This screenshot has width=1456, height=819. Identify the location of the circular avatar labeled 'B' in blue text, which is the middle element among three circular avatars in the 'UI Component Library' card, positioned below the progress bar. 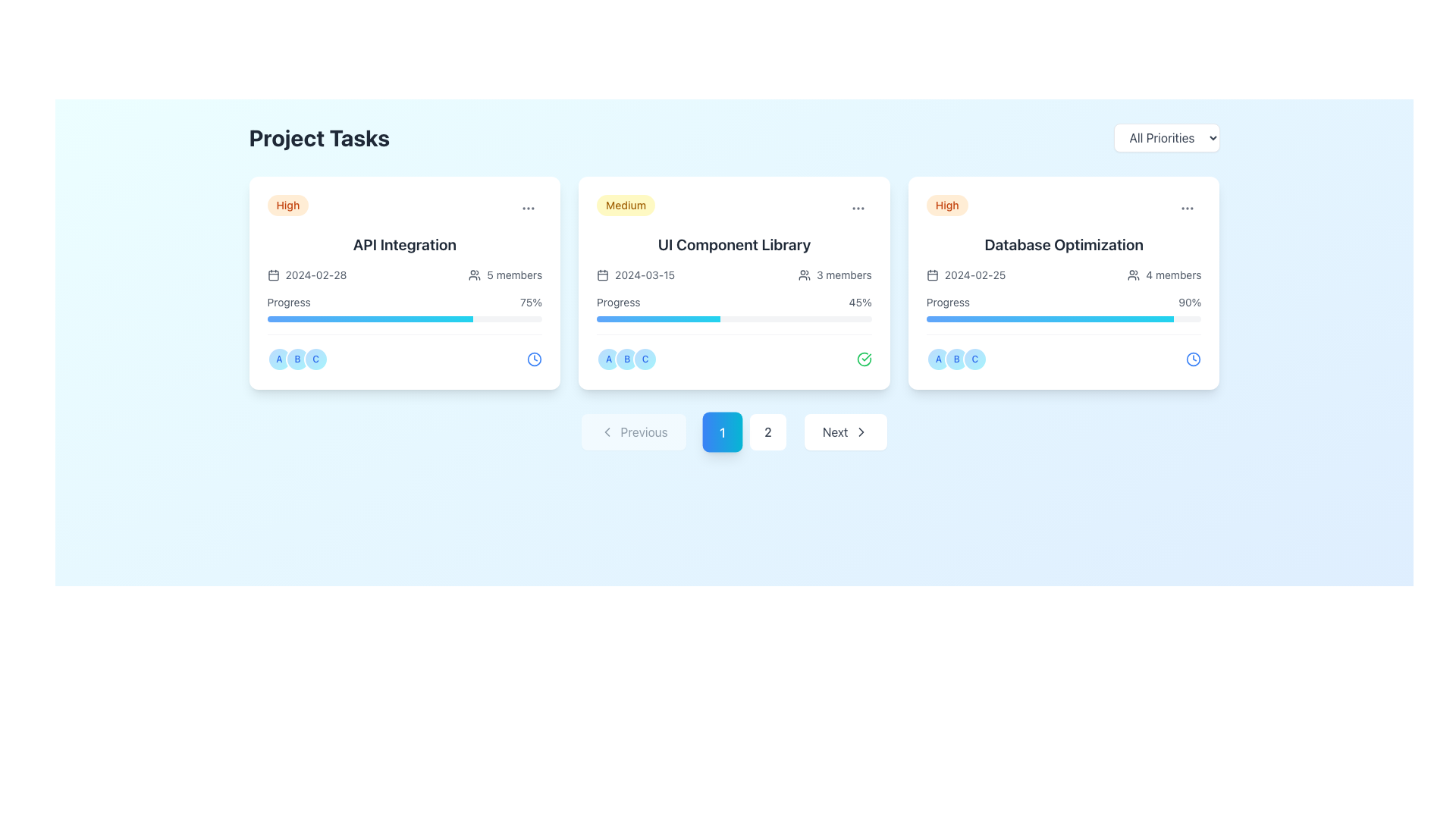
(627, 359).